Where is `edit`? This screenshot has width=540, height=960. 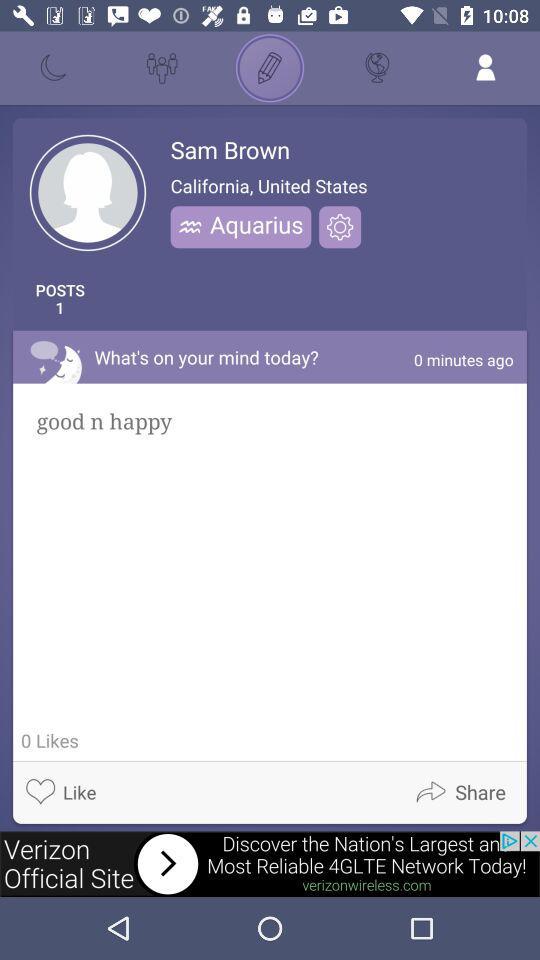
edit is located at coordinates (270, 68).